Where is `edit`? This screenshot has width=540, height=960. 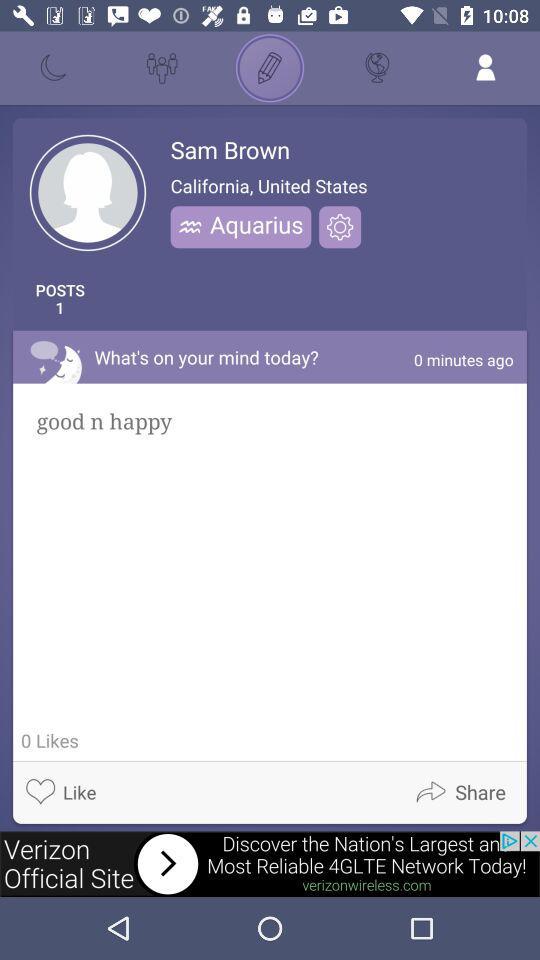
edit is located at coordinates (270, 68).